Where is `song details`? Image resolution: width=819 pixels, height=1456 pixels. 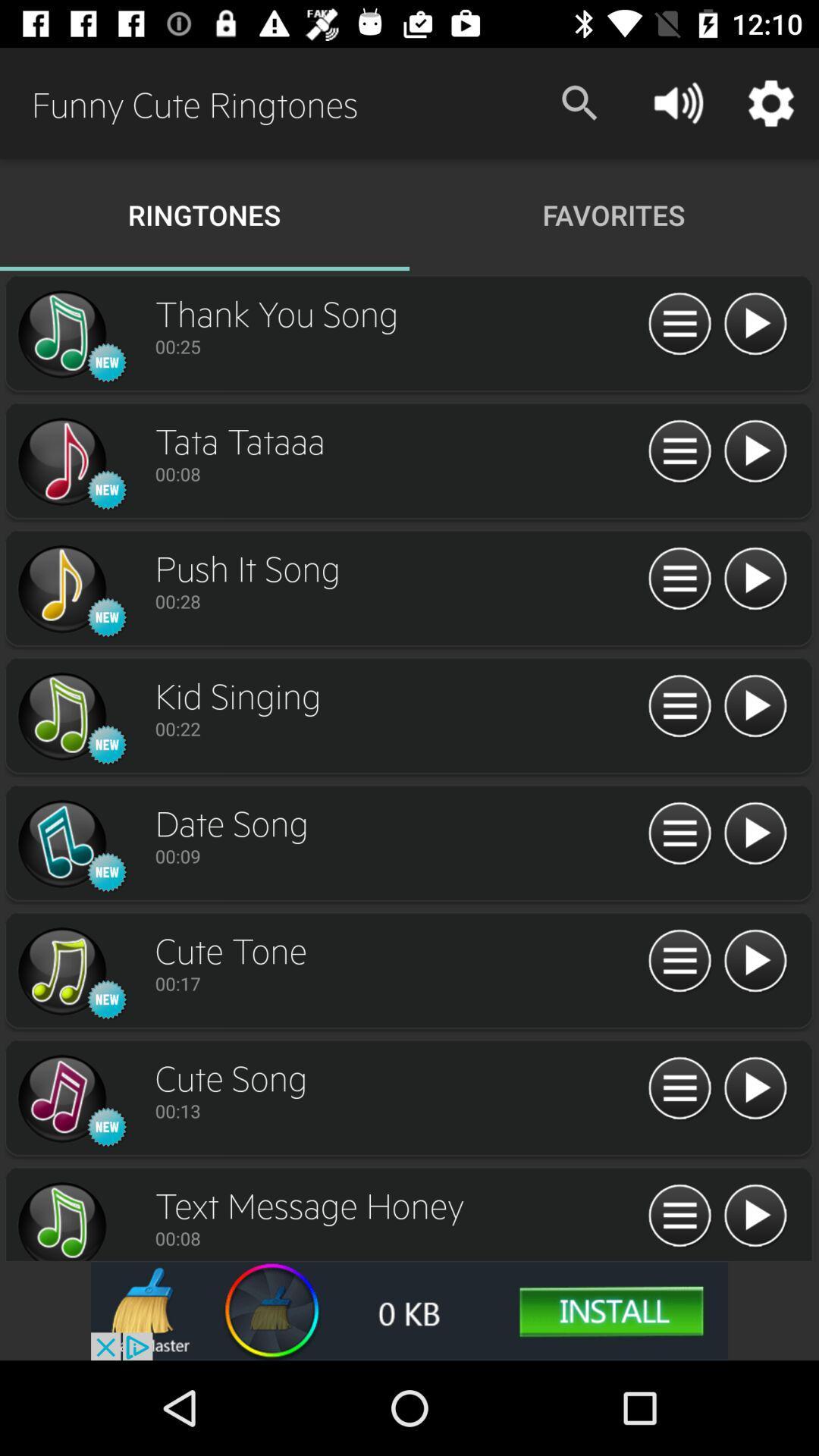 song details is located at coordinates (679, 961).